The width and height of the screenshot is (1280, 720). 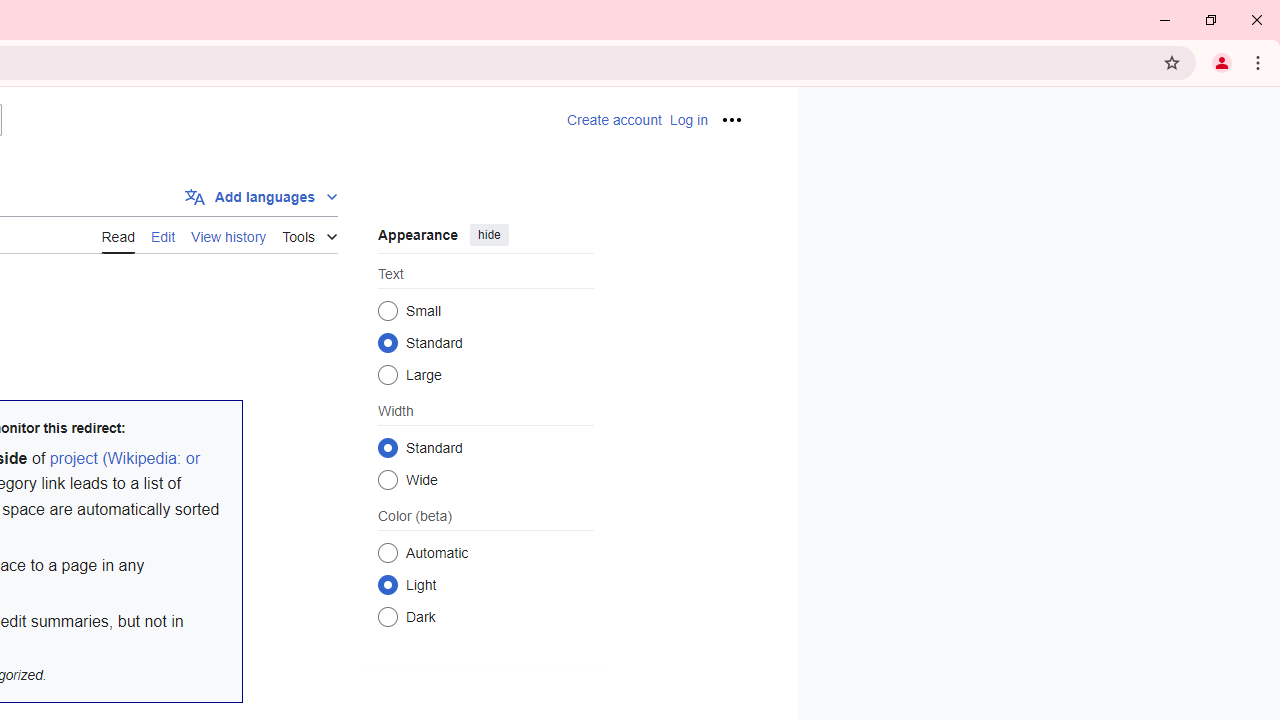 I want to click on 'AutomationID: pt-createaccount-2', so click(x=612, y=120).